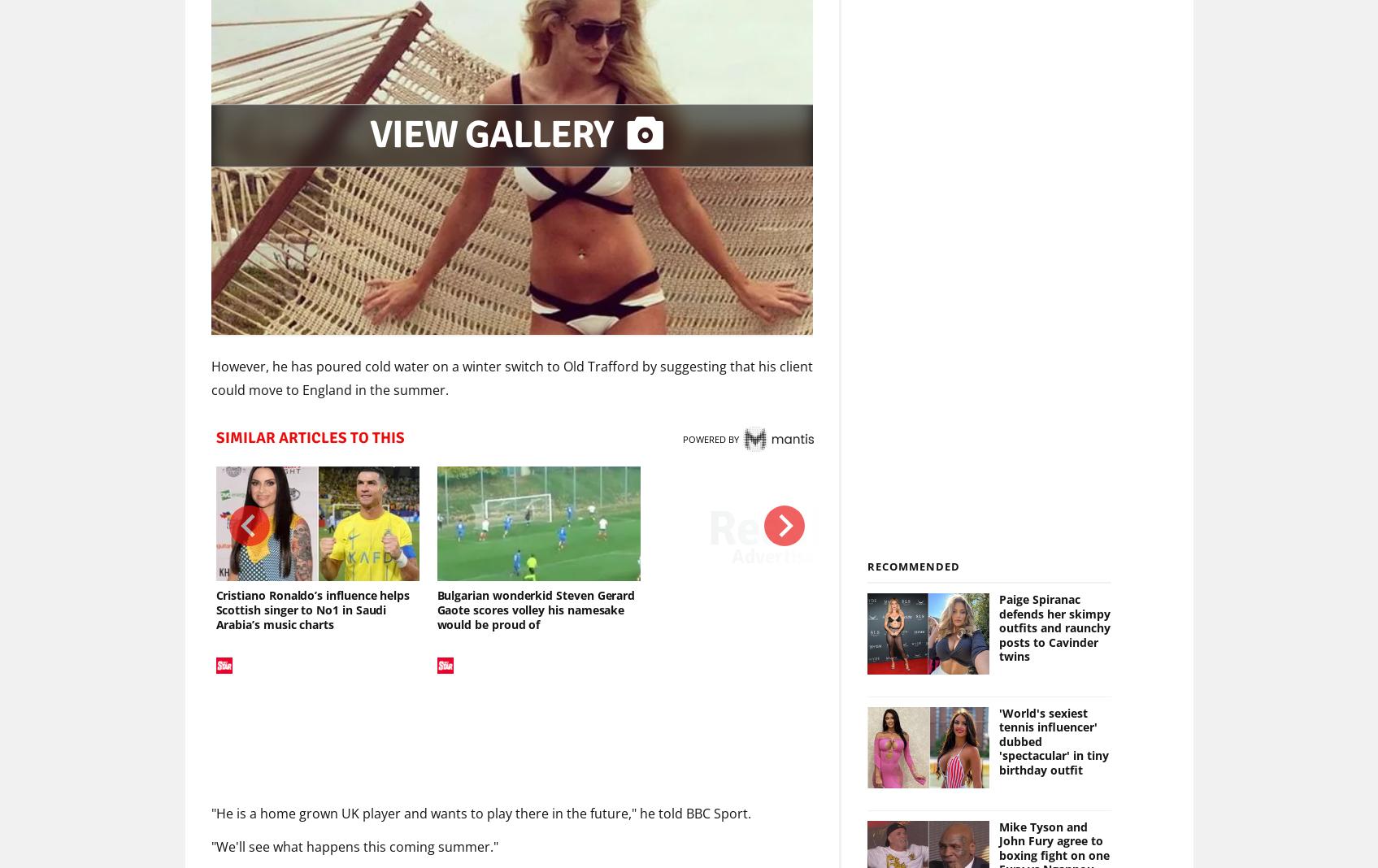 The image size is (1378, 868). I want to click on '1', so click(1179, 666).